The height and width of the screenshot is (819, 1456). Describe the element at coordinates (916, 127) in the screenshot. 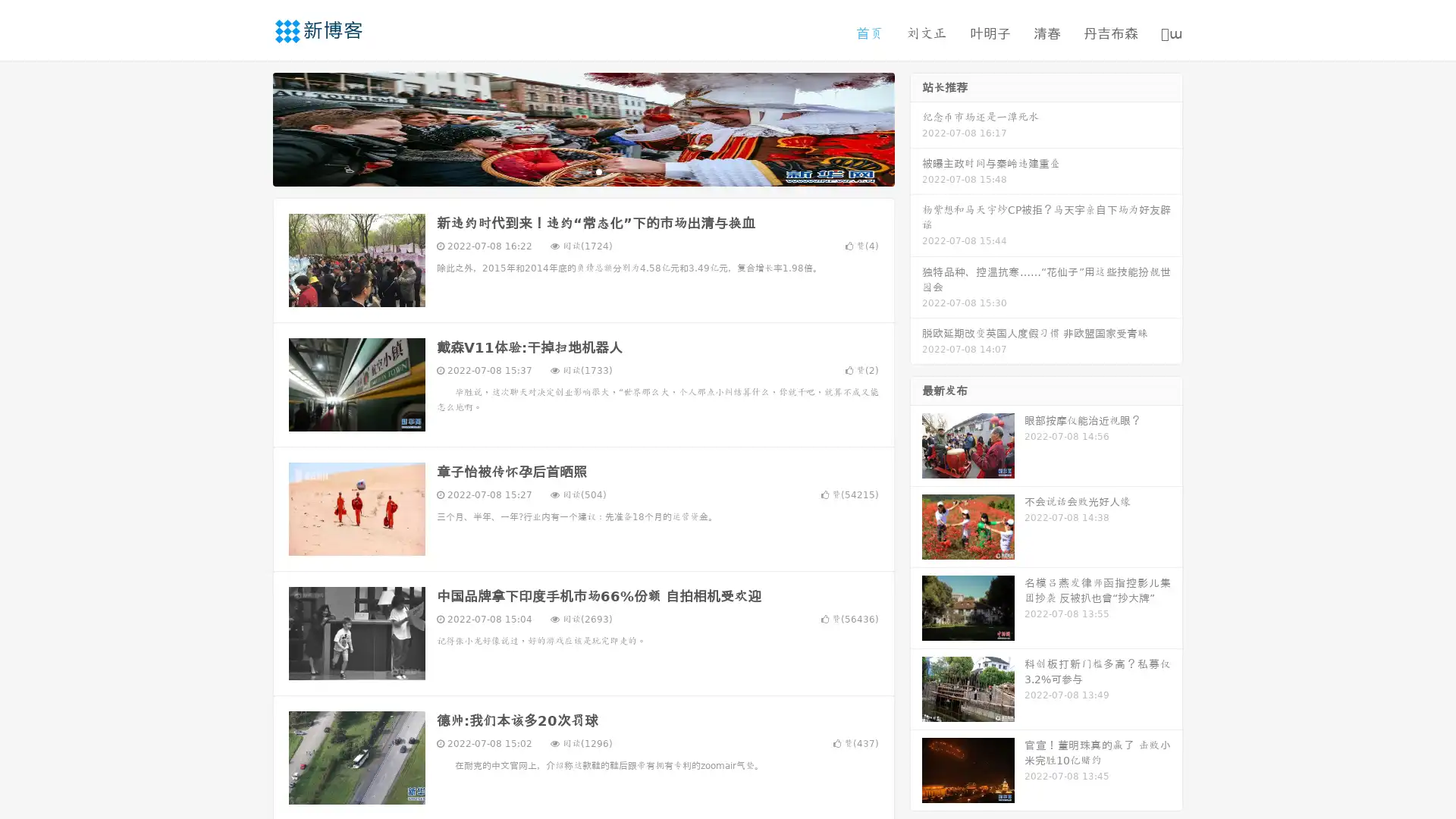

I see `Next slide` at that location.